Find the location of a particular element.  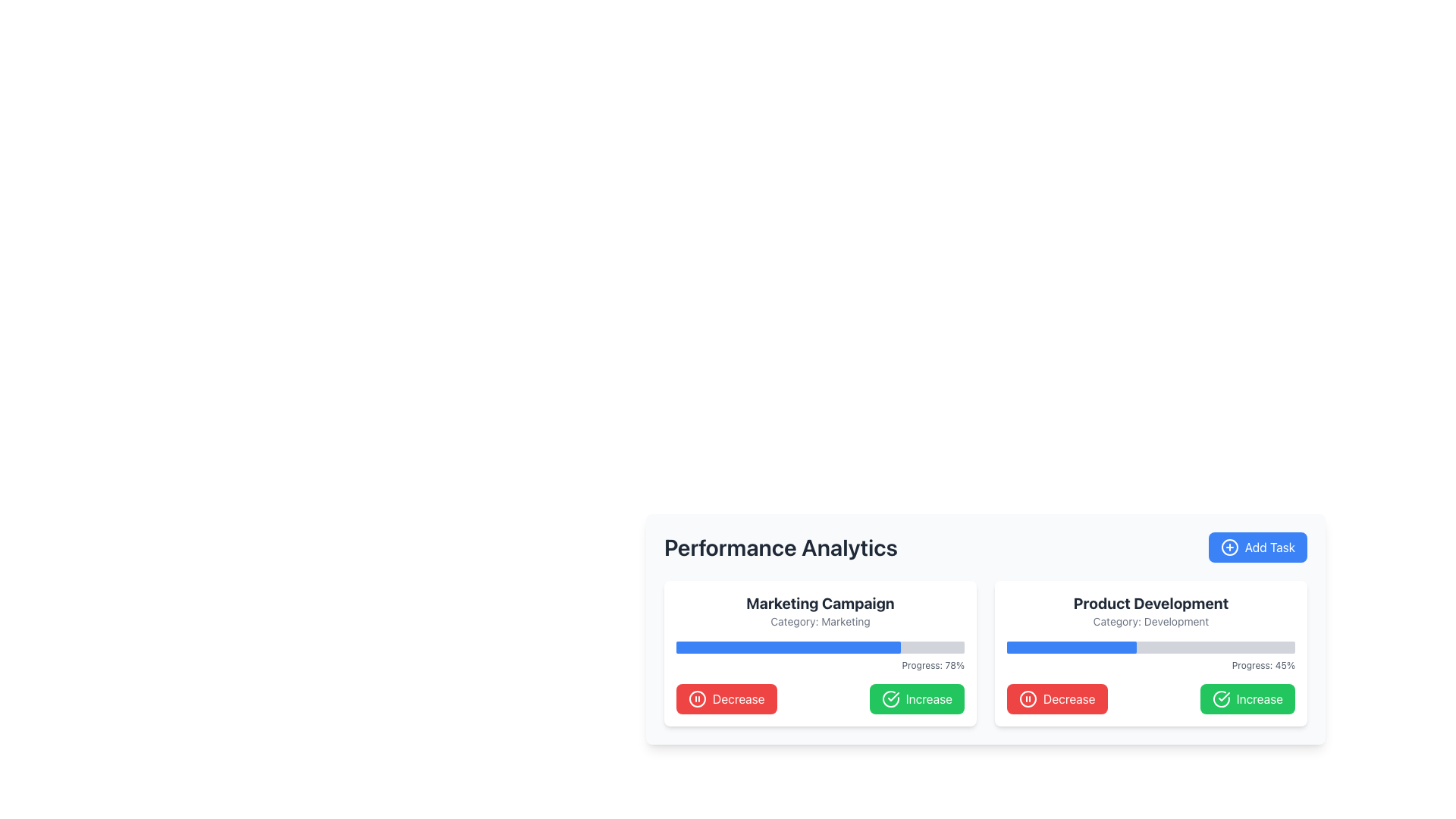

the Progress Bar that visually represents a progress value of 45% for the 'Product Development' task, located beneath 'Category: Development' and above 'Progress: 45%' is located at coordinates (1150, 647).